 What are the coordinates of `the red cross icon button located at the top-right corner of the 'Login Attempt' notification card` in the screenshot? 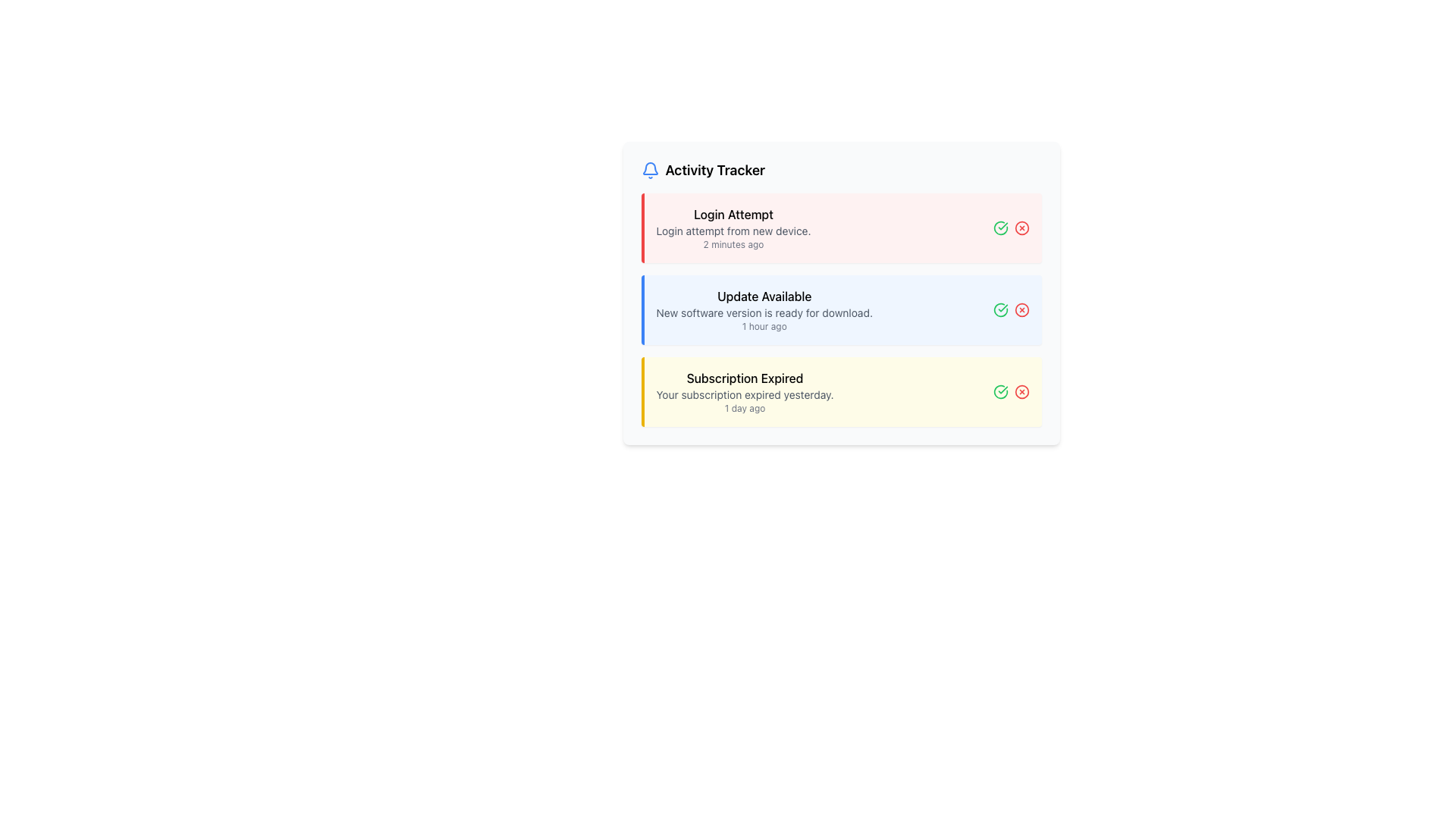 It's located at (1011, 227).